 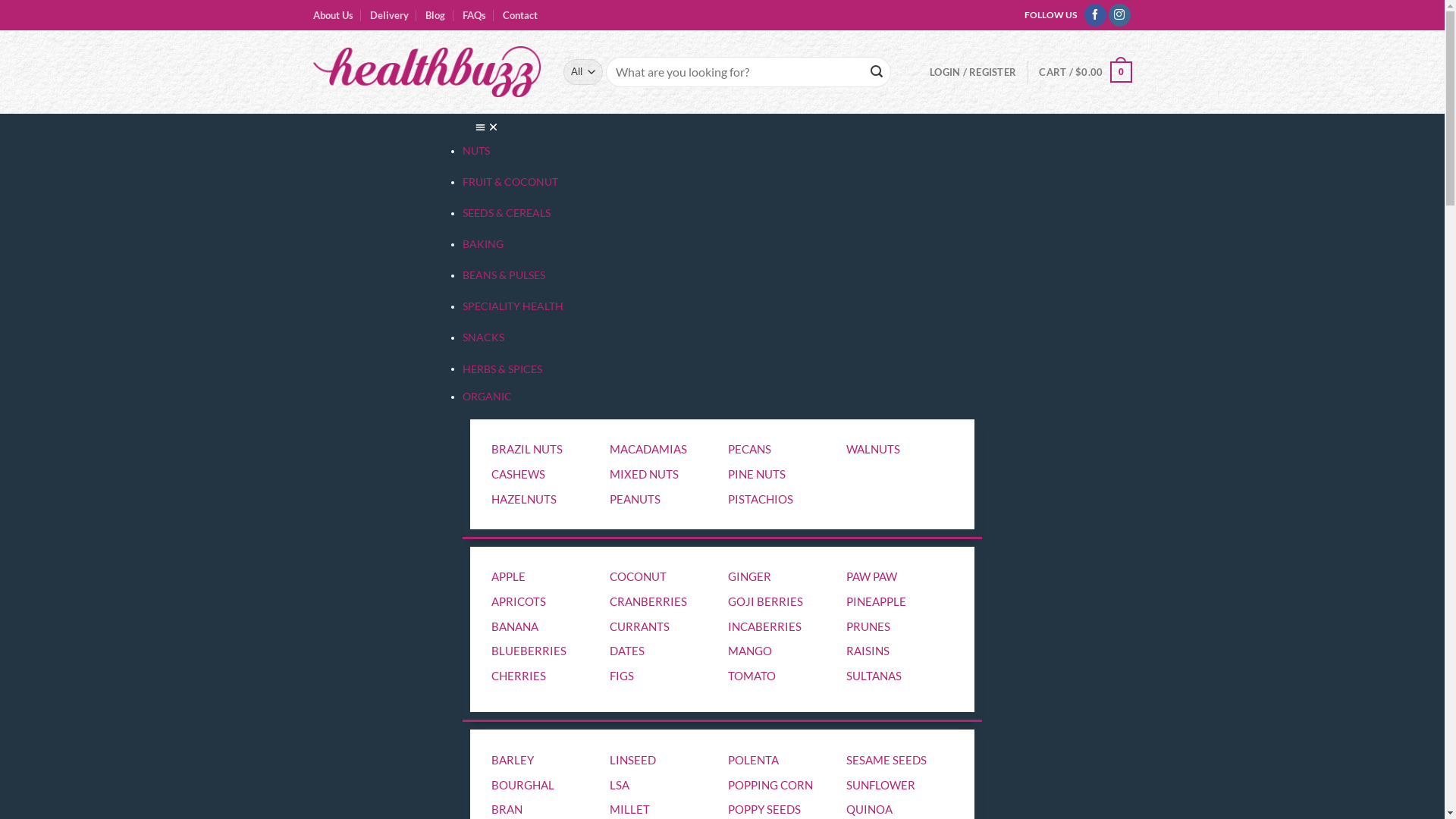 I want to click on 'MILLET', so click(x=629, y=808).